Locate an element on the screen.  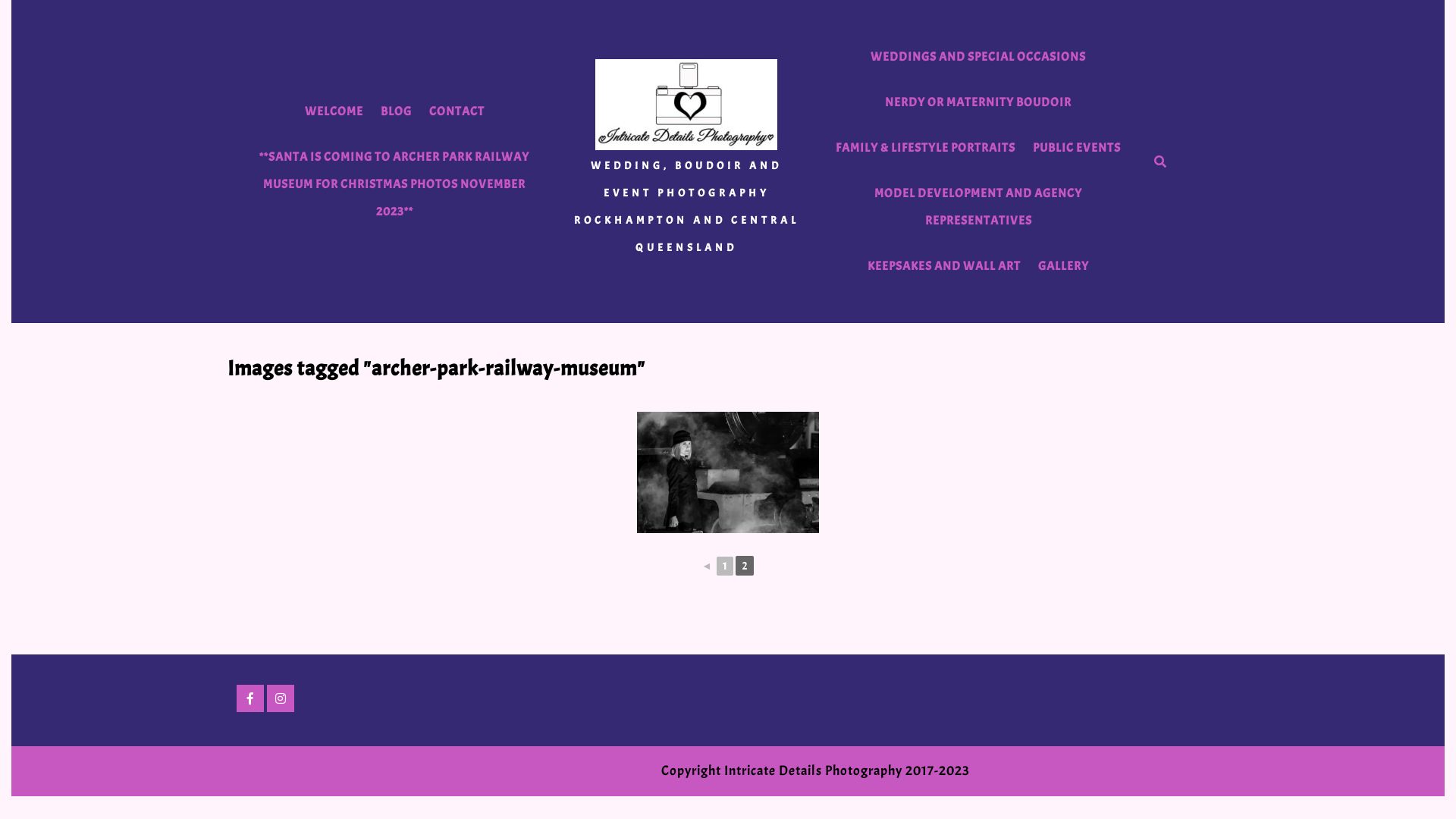
'MODEL DEVELOPMENT AND AGENCY REPRESENTATIVES' is located at coordinates (978, 207).